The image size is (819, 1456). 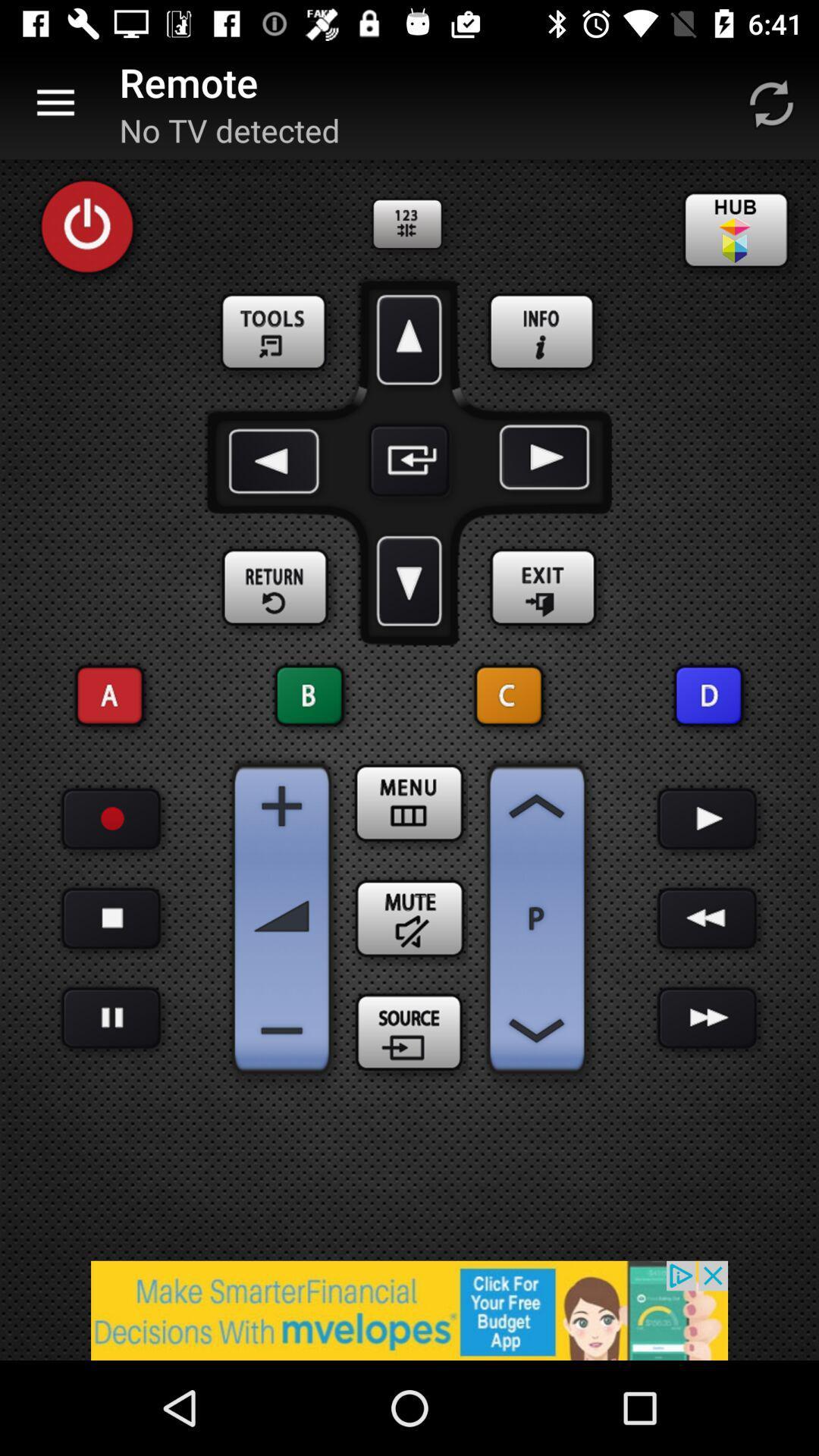 What do you see at coordinates (281, 805) in the screenshot?
I see `the add icon` at bounding box center [281, 805].